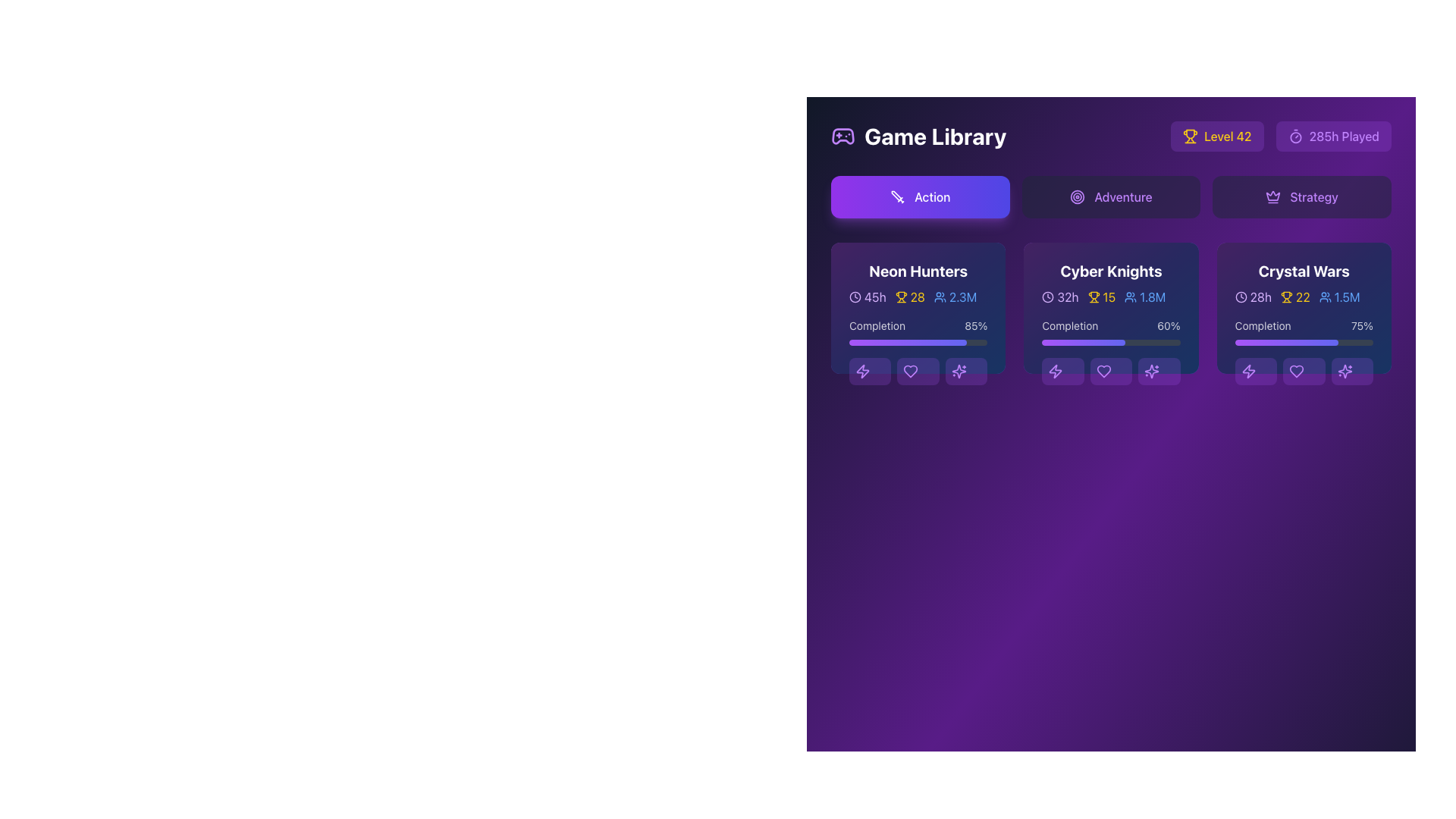 The width and height of the screenshot is (1456, 819). I want to click on the text element displaying '1.8M' in blue font, which is located to the right of a small user icon on the 'Cyber Knights' card, so click(1153, 297).